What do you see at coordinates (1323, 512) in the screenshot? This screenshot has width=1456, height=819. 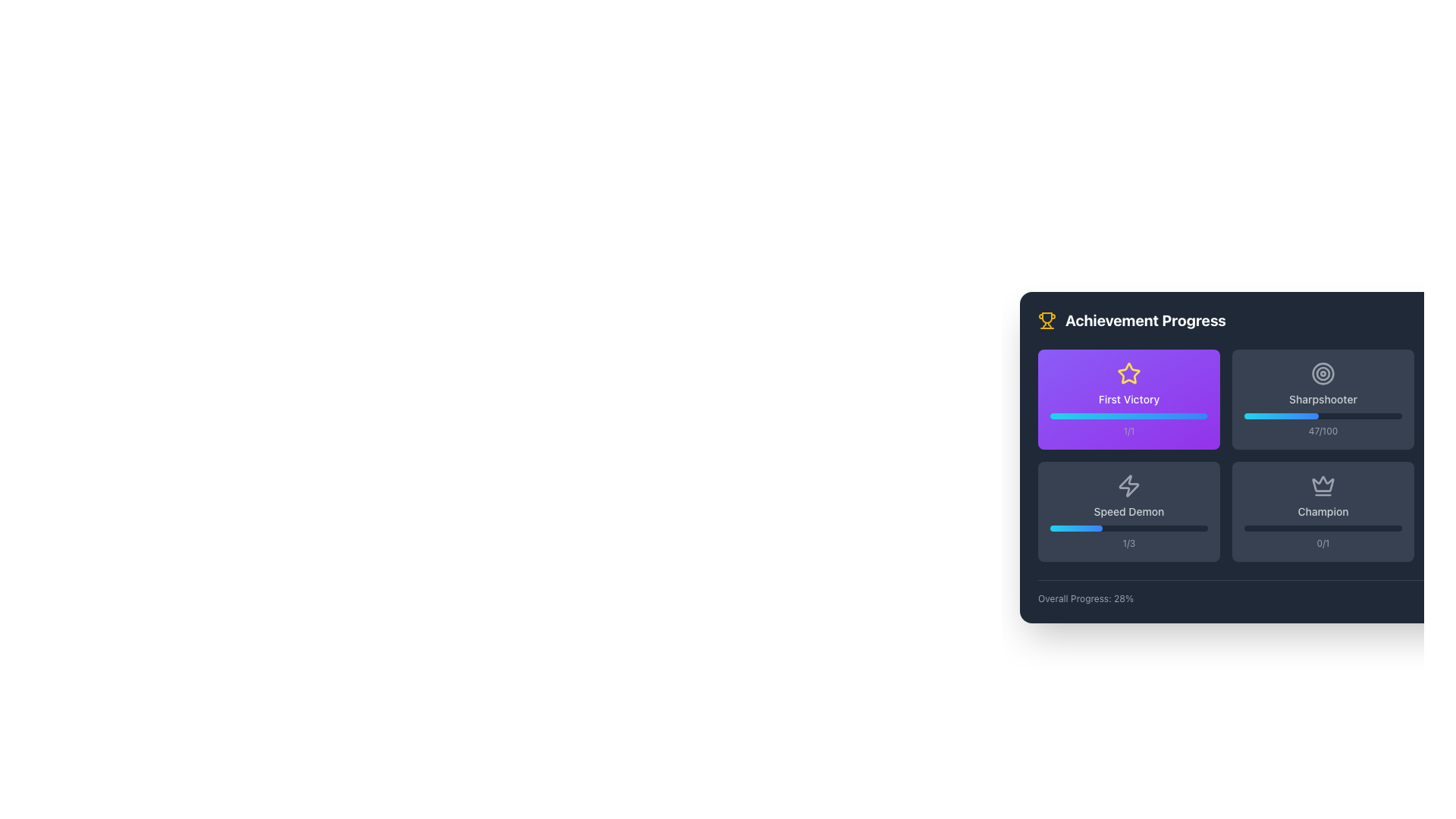 I see `the Progress tracker card labeled 'Champion', located in the bottom-right corner of the grid, specifically the fourth card below 'Sharpshooter' and to the right of 'Speed Demon'` at bounding box center [1323, 512].